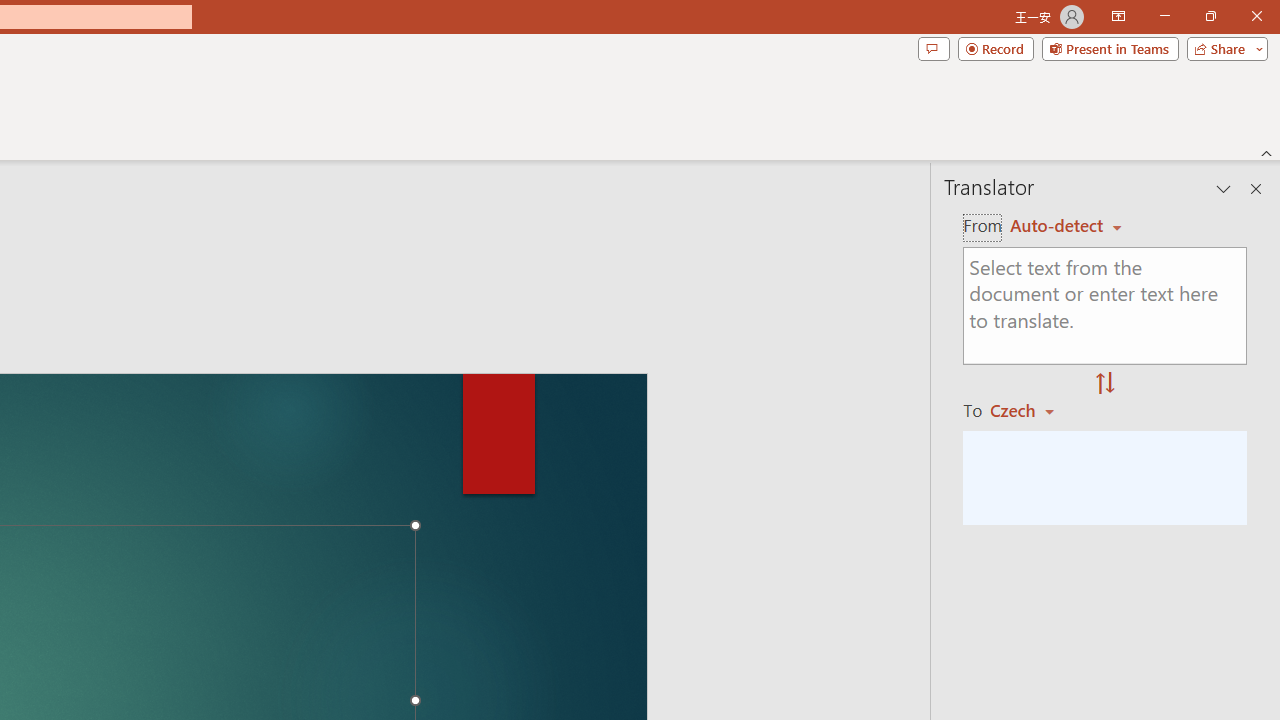 The image size is (1280, 720). Describe the element at coordinates (1209, 16) in the screenshot. I see `'Restore Down'` at that location.